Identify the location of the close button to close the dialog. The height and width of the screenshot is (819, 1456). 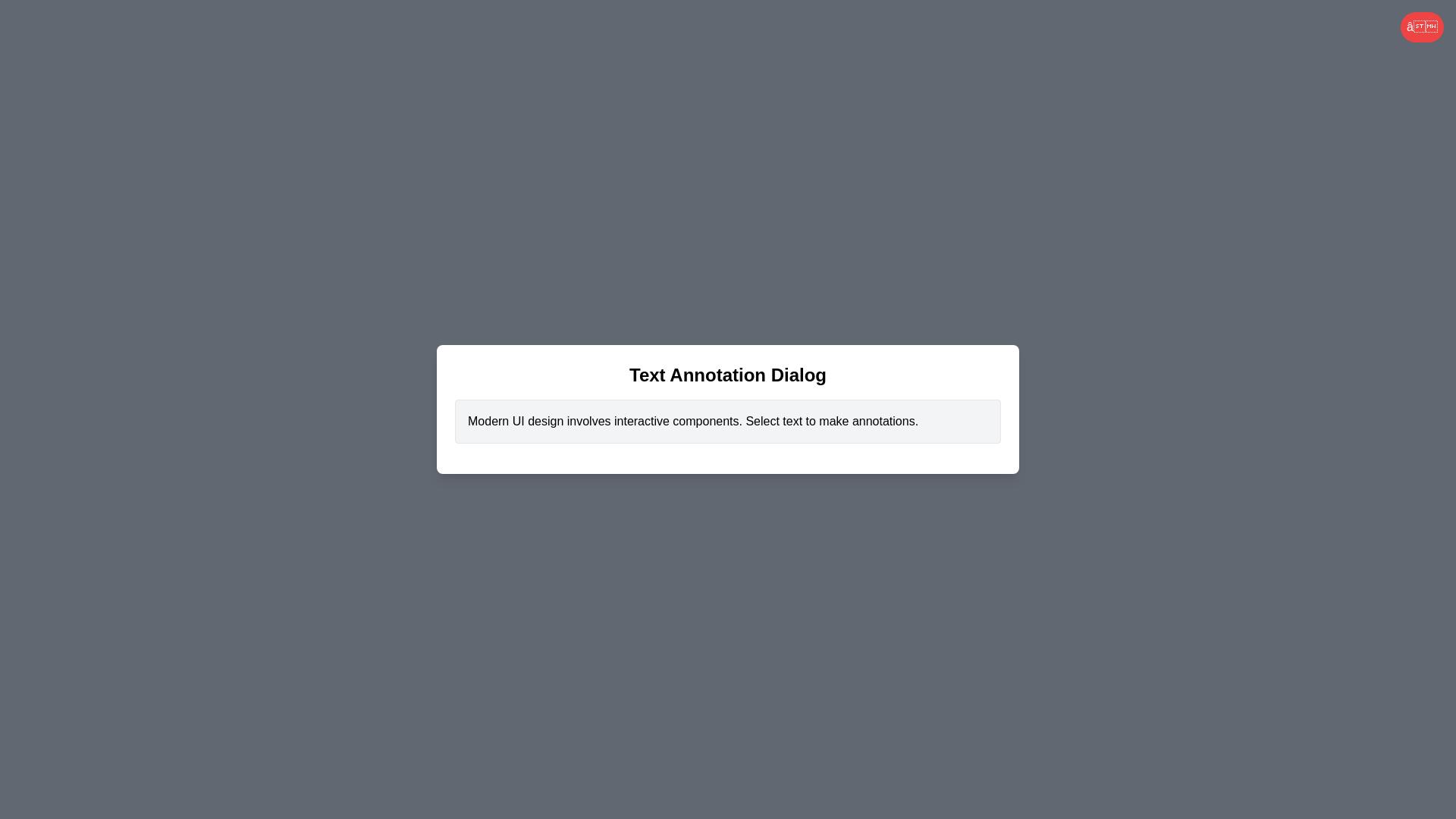
(1421, 27).